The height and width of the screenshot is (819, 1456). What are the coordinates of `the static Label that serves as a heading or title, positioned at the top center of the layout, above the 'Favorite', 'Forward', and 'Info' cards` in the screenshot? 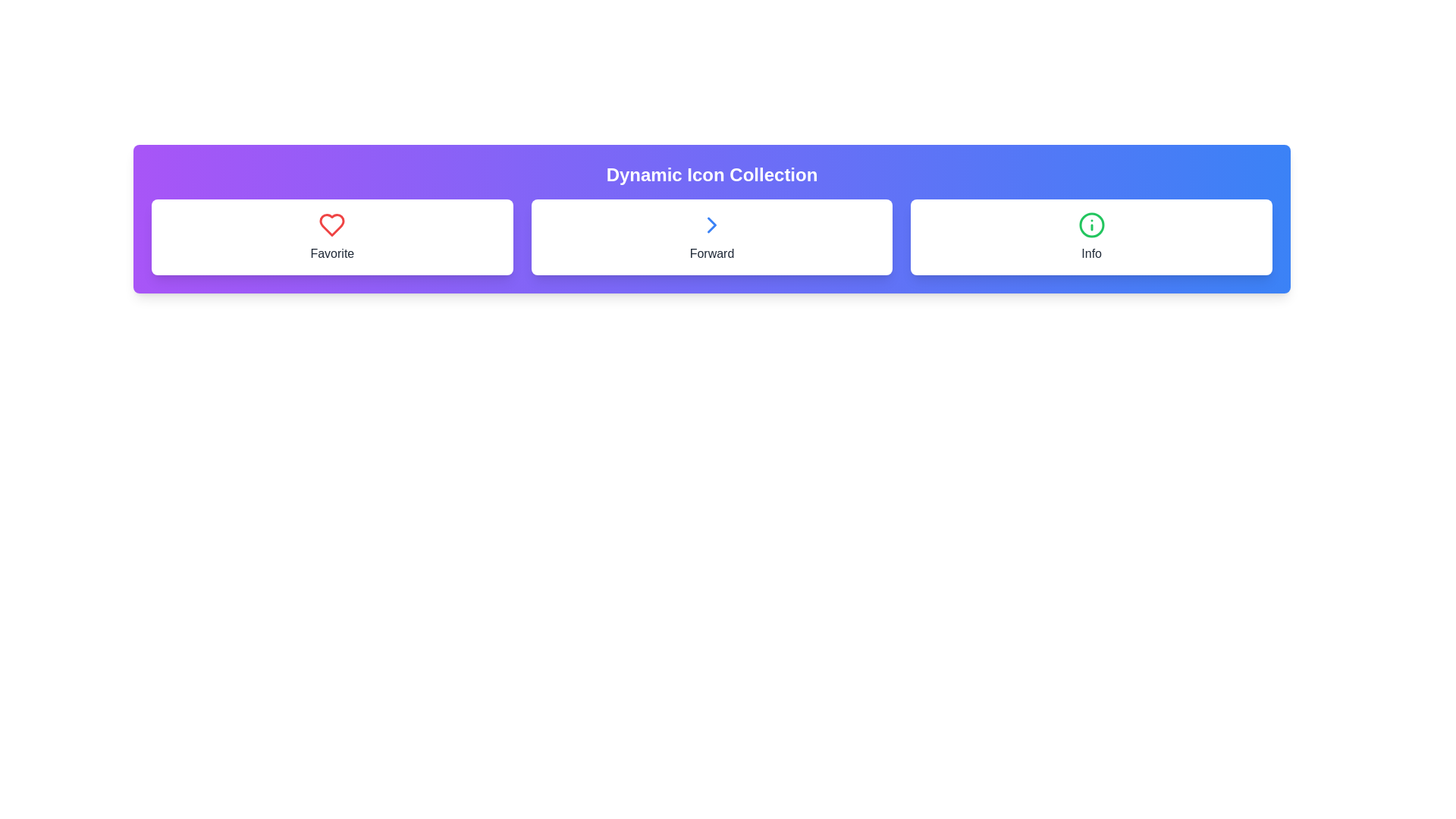 It's located at (711, 174).